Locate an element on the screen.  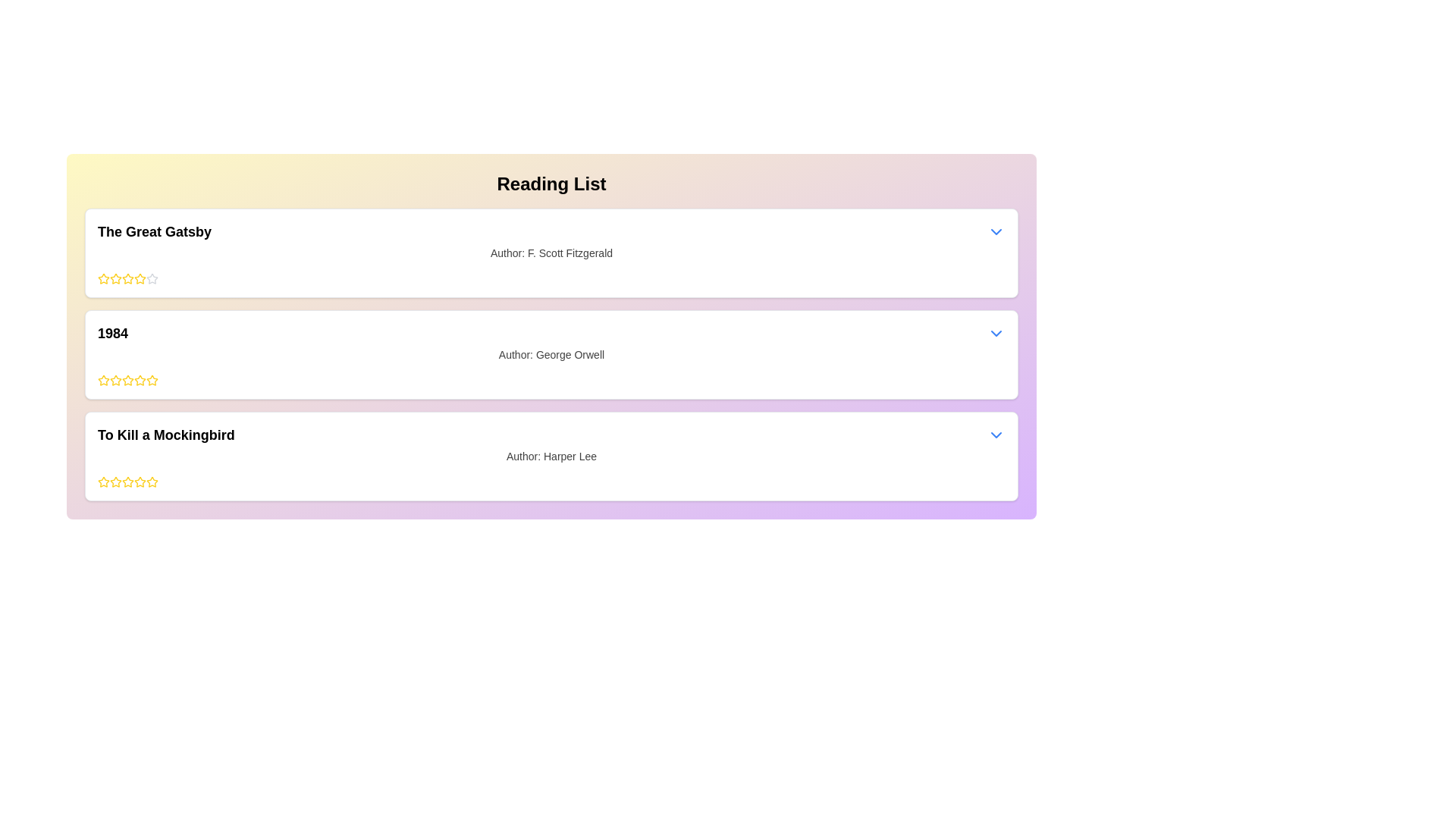
the third star icon with a yellow outline representing an active rating, located under the title 'The Great Gatsby' is located at coordinates (115, 278).